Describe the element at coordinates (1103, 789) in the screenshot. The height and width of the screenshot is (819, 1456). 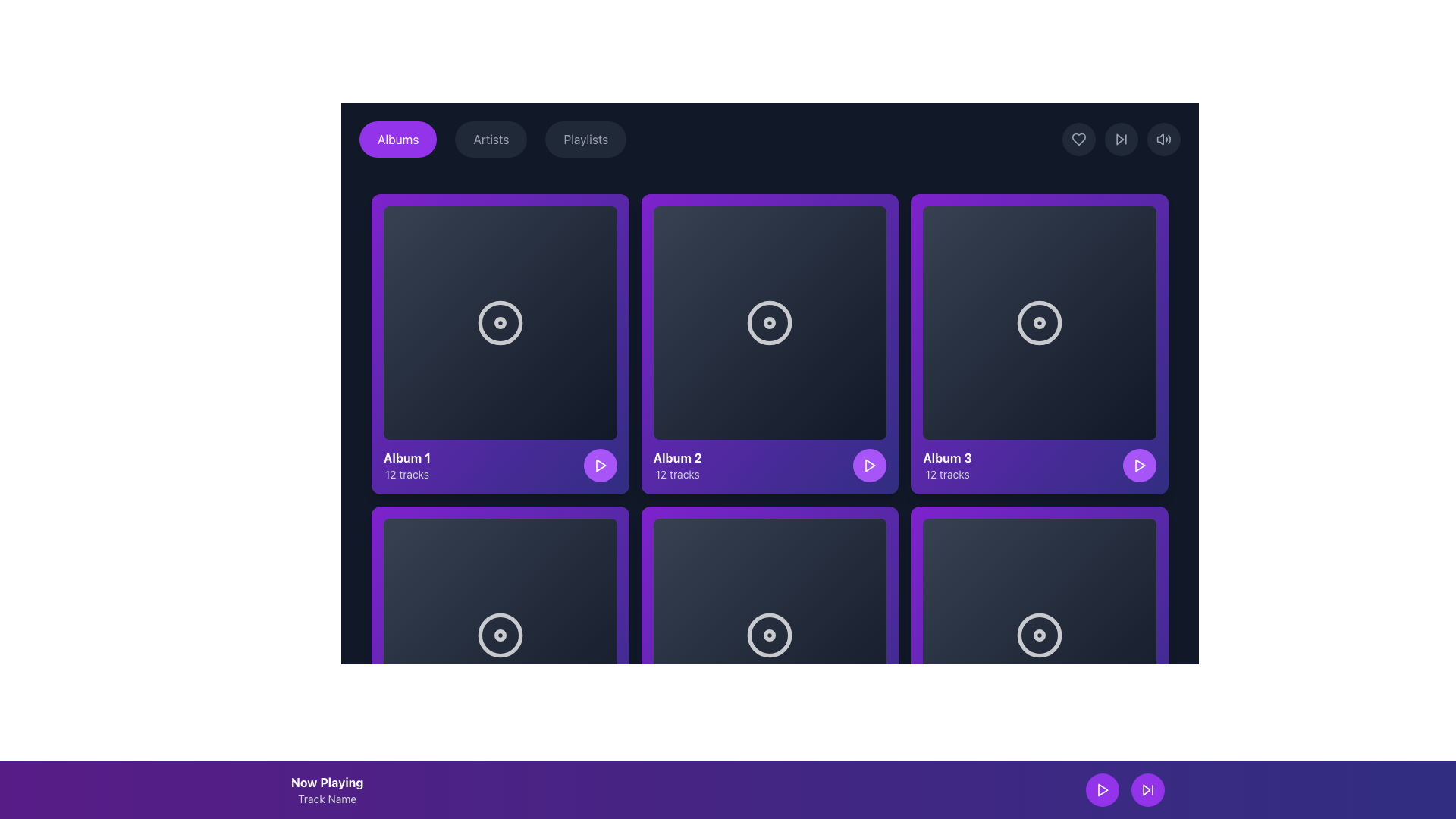
I see `the play icon button, which is a right-pointing triangle inside a purple circular border` at that location.